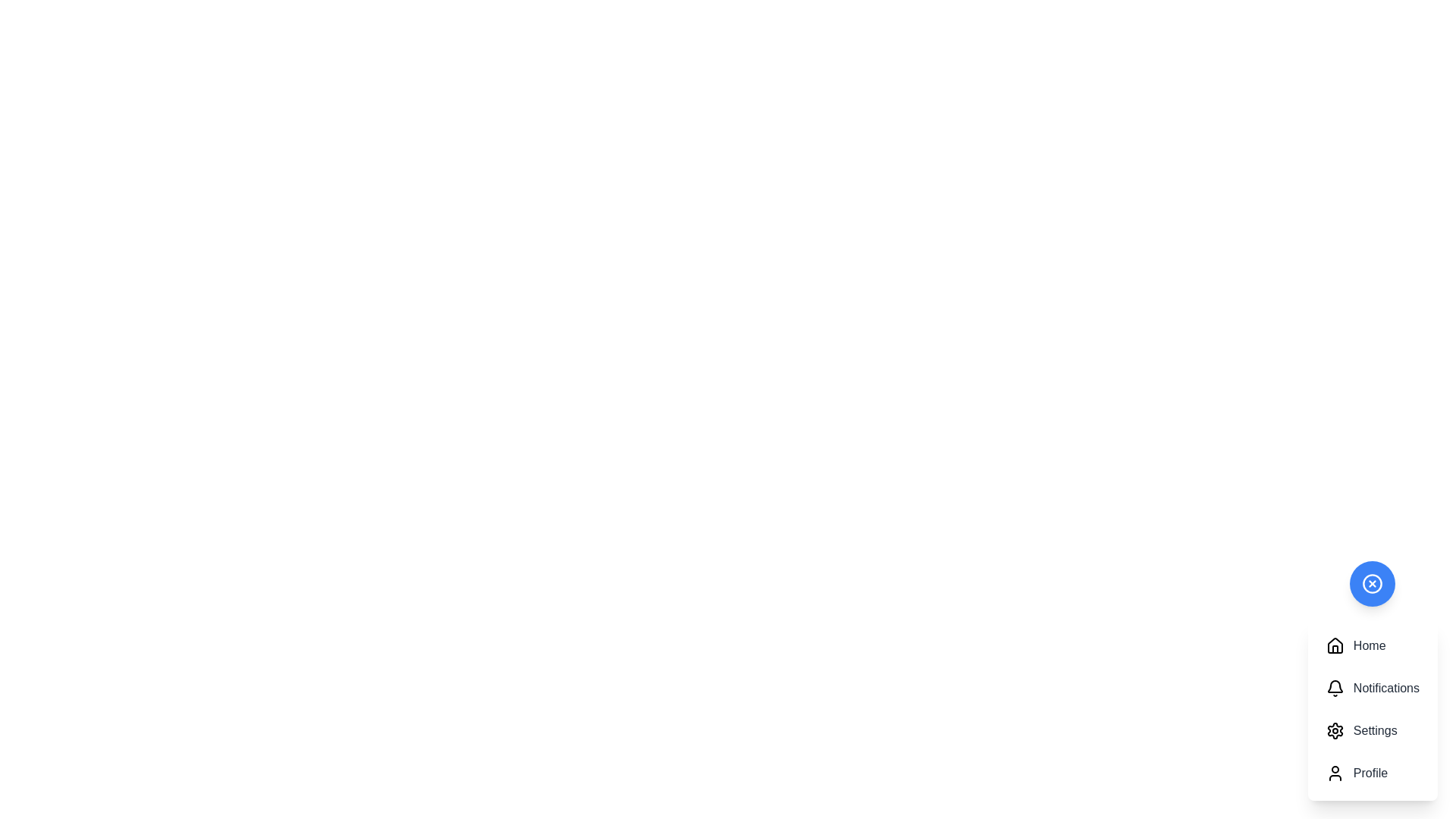 The image size is (1456, 819). What do you see at coordinates (1372, 688) in the screenshot?
I see `the Notifications button of the speed dial` at bounding box center [1372, 688].